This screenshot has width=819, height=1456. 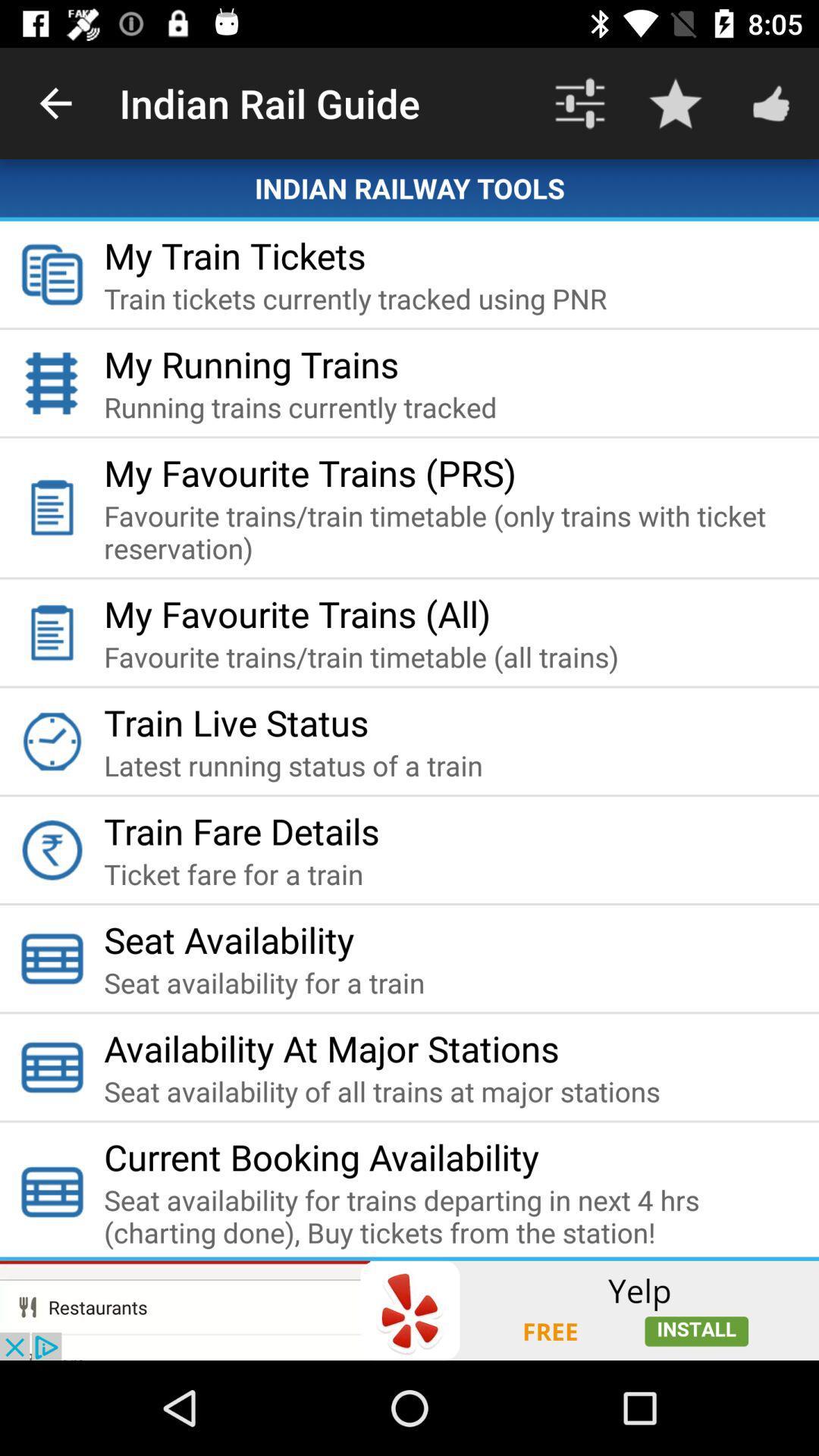 What do you see at coordinates (409, 1310) in the screenshot?
I see `install yelp` at bounding box center [409, 1310].